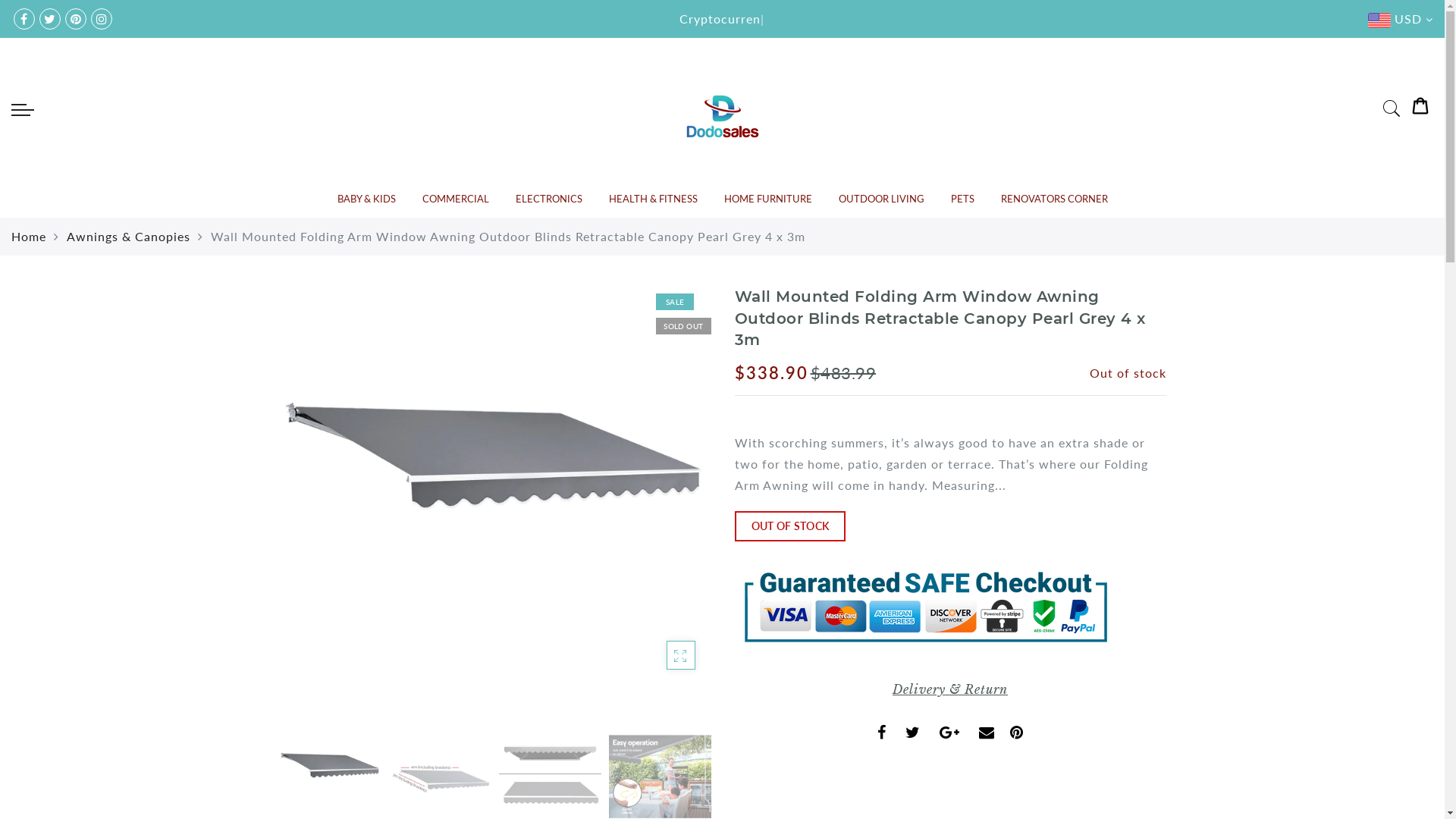 The height and width of the screenshot is (819, 1456). What do you see at coordinates (548, 198) in the screenshot?
I see `'ELECTRONICS'` at bounding box center [548, 198].